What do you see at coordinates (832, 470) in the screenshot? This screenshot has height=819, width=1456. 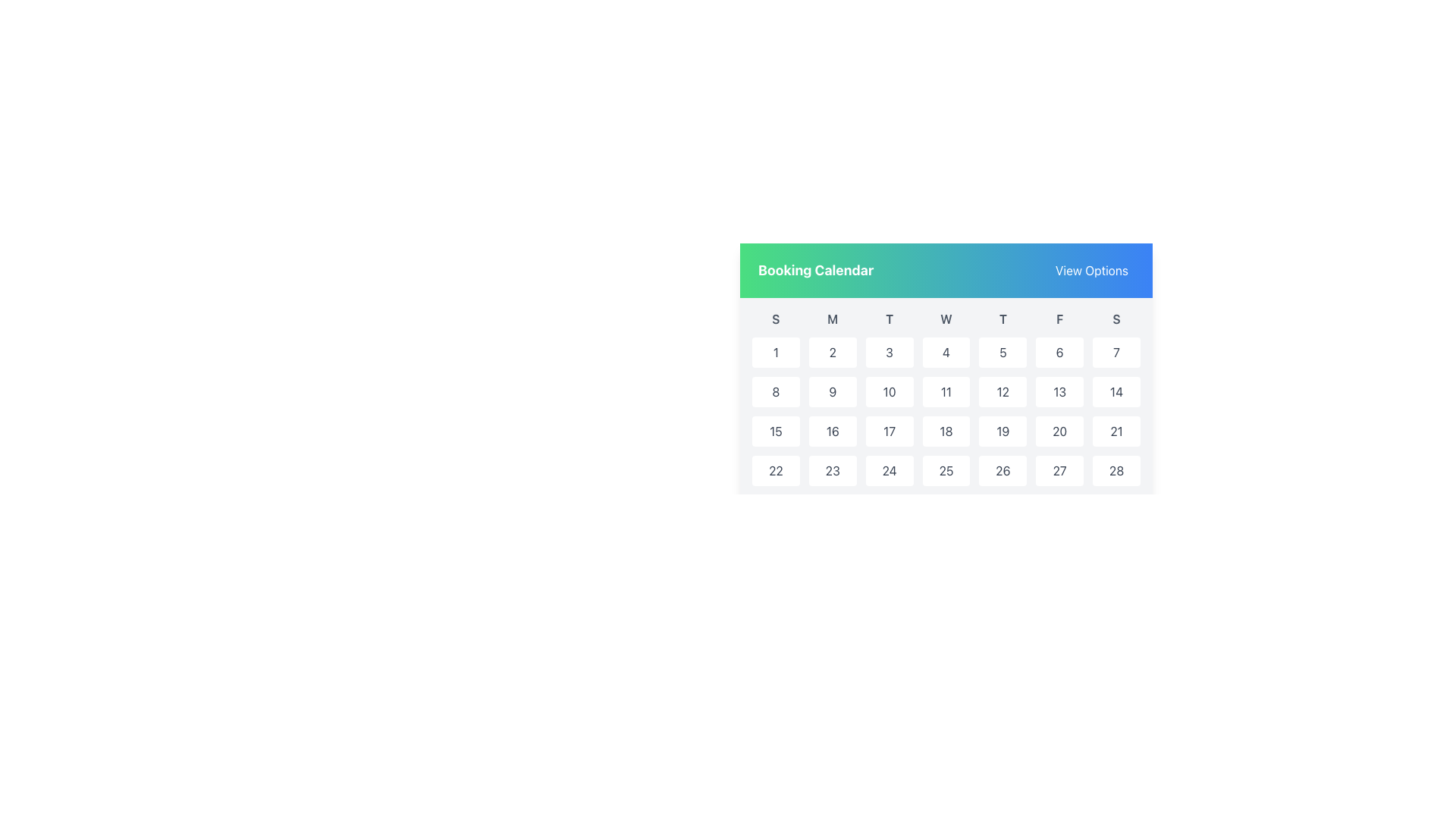 I see `the date '23' in the calendar interface` at bounding box center [832, 470].